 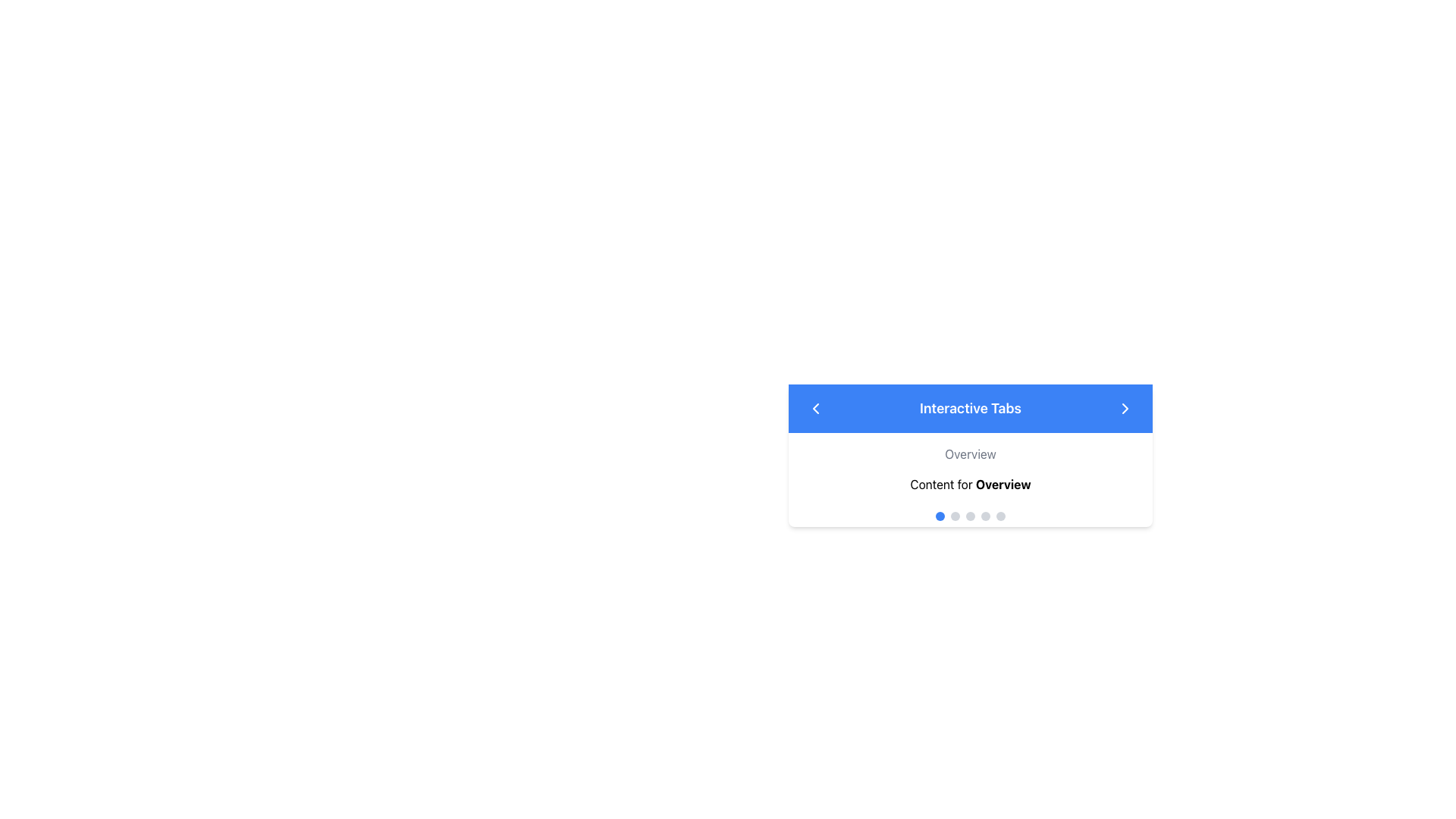 What do you see at coordinates (814, 408) in the screenshot?
I see `the leftmost button in the blue header section labeled 'Interactive Tabs'` at bounding box center [814, 408].